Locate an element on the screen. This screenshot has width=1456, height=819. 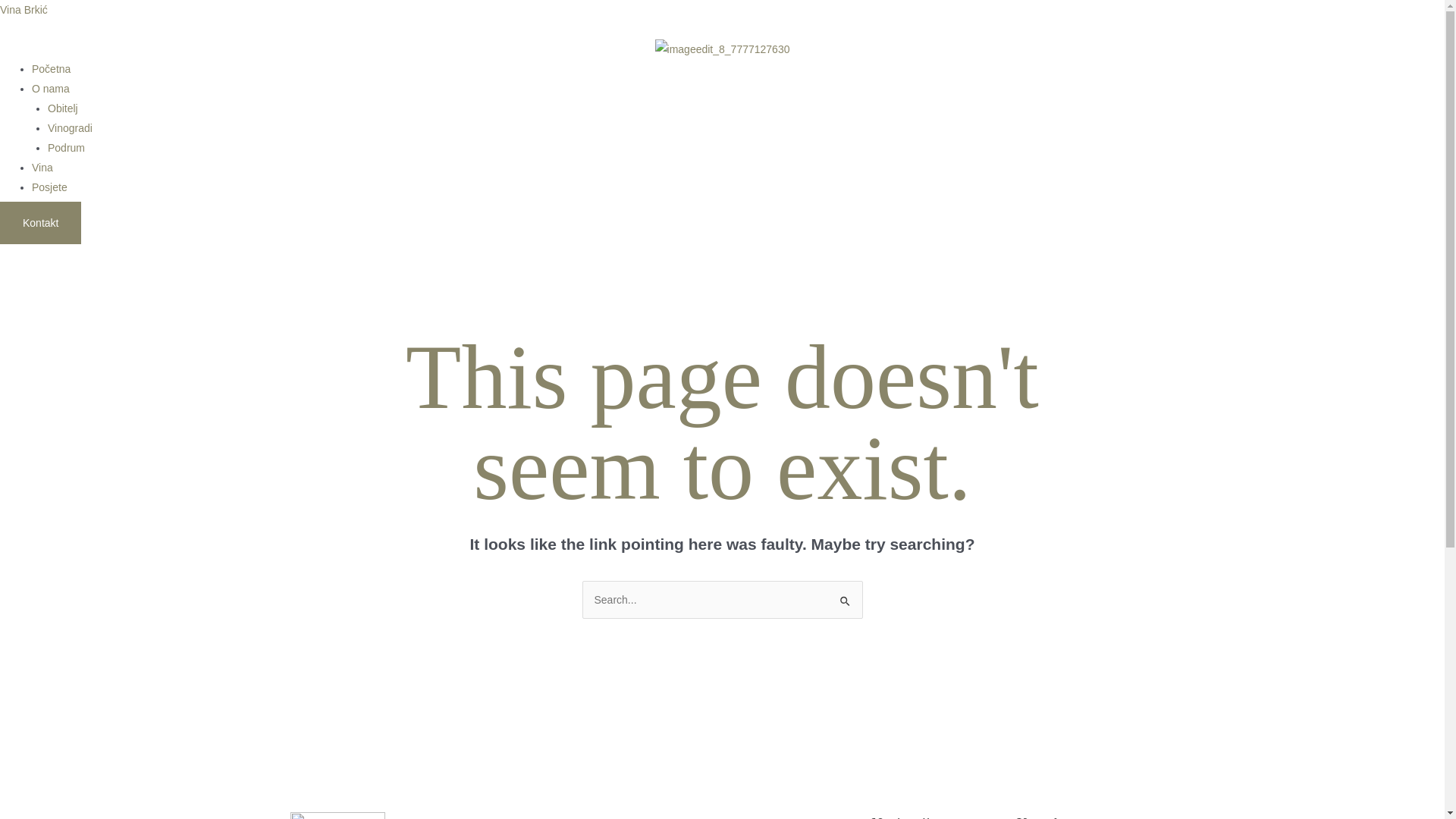
'O nama' is located at coordinates (32, 88).